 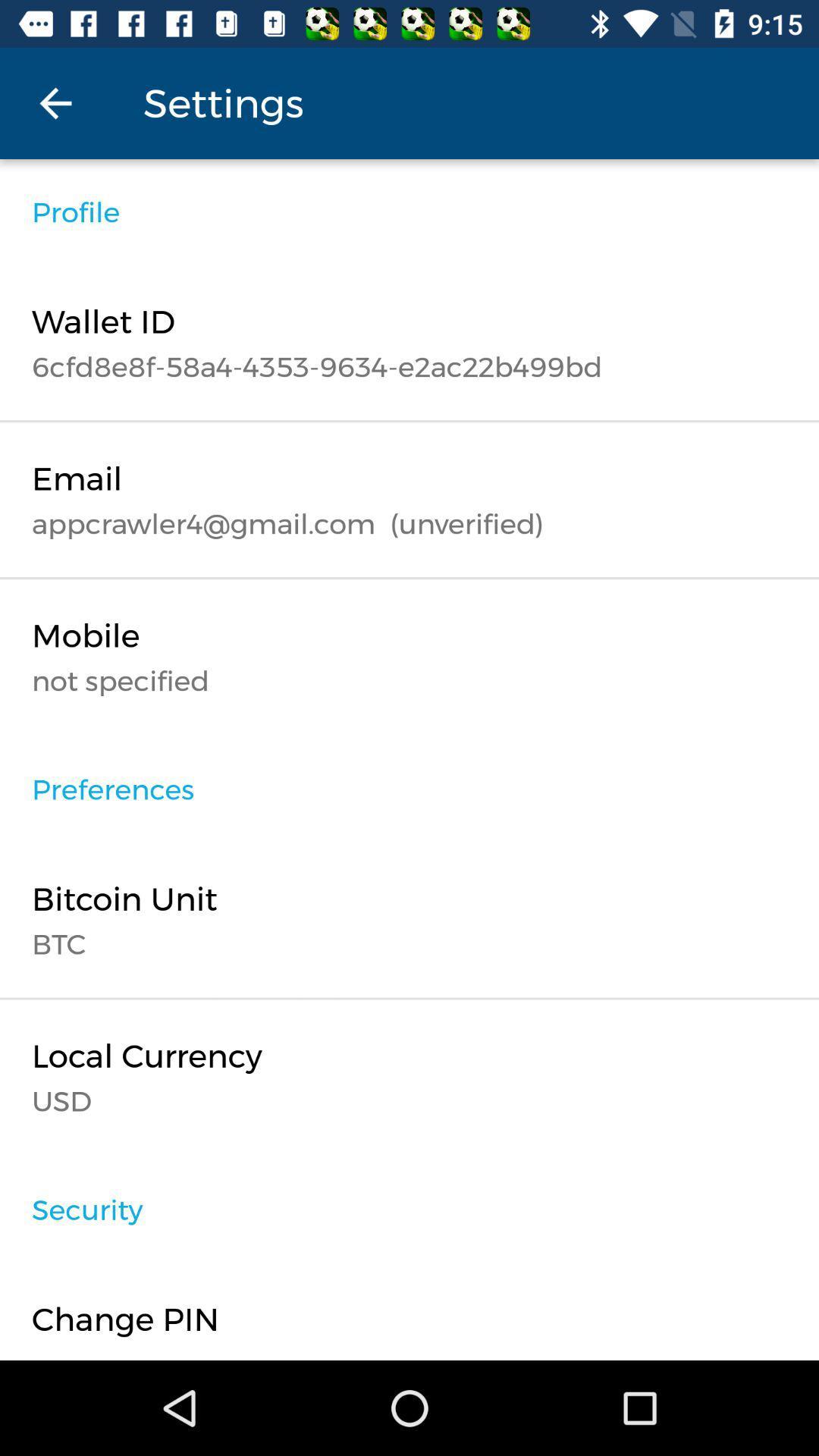 I want to click on icon above the profile icon, so click(x=55, y=102).